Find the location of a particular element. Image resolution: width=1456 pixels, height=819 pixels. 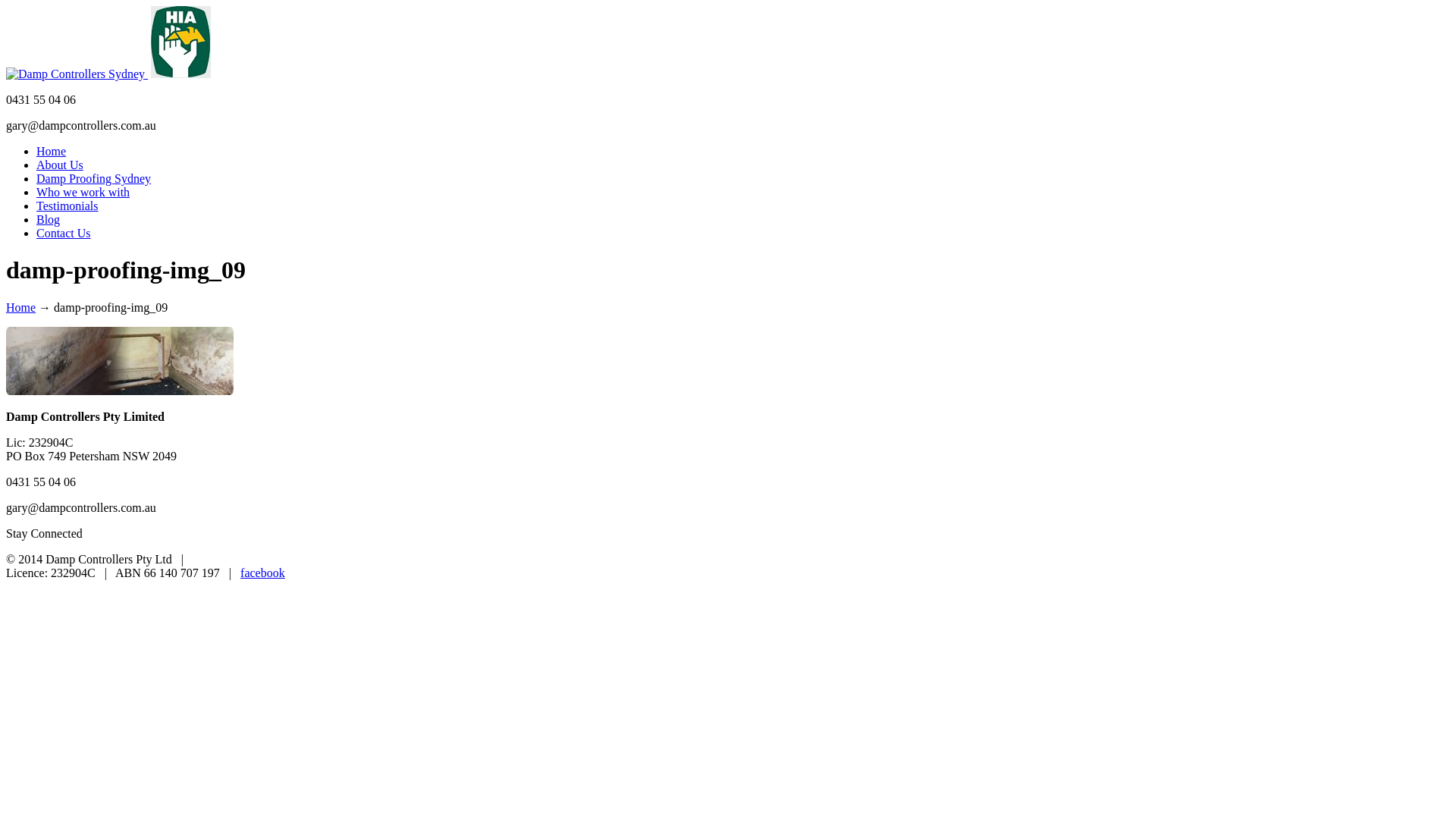

'Damp Controllers Sydney' is located at coordinates (76, 74).